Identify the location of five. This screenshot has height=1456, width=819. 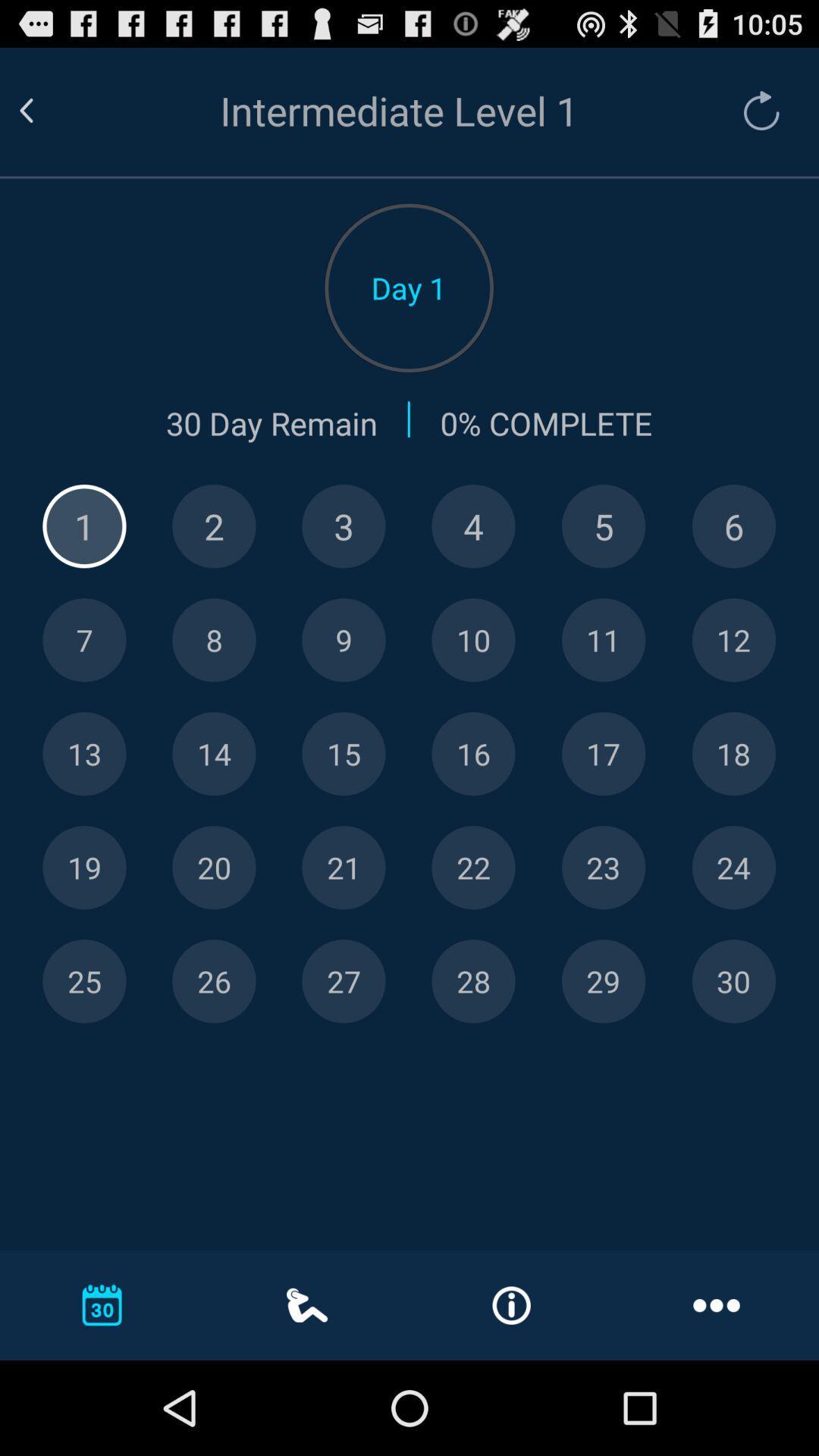
(603, 526).